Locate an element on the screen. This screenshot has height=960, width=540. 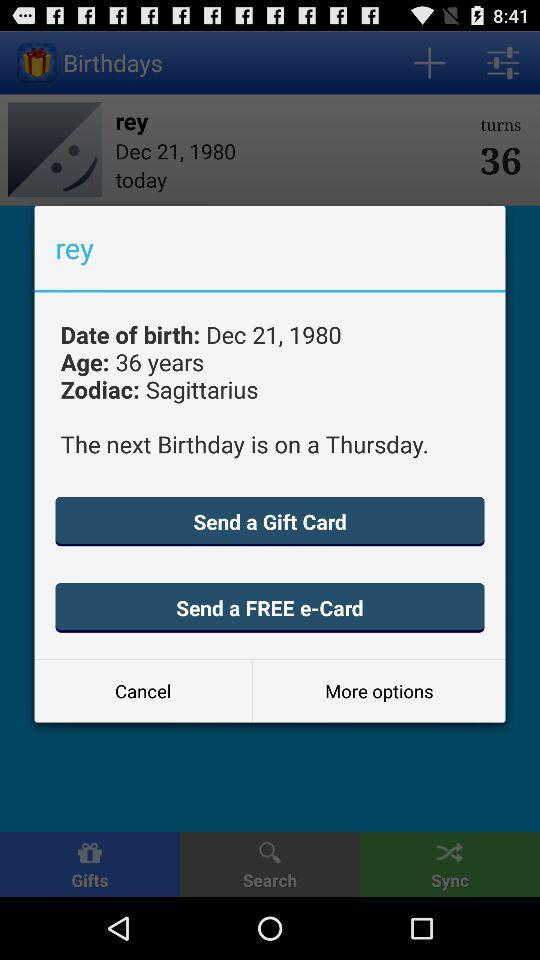
more options icon is located at coordinates (379, 691).